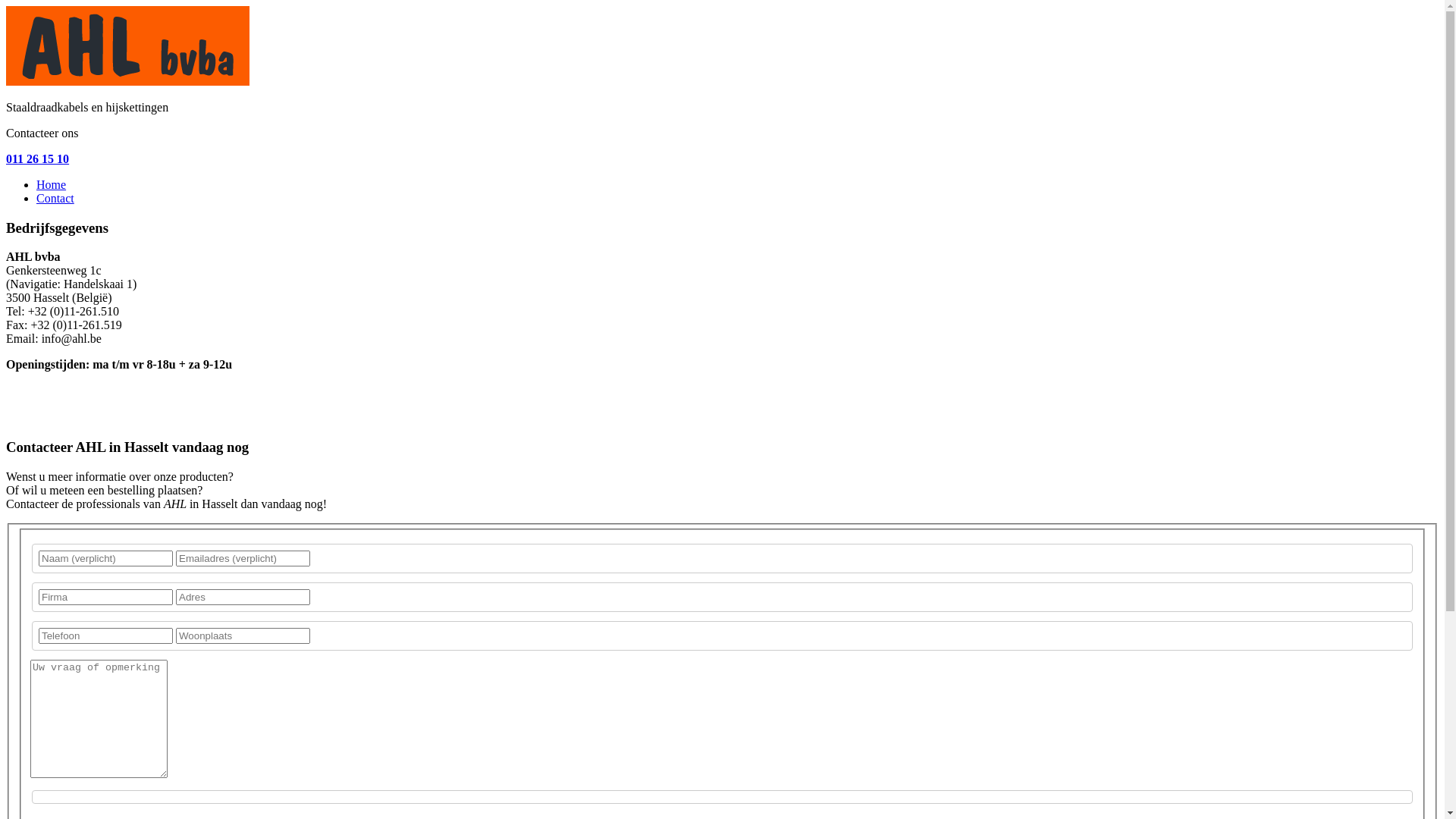 This screenshot has height=819, width=1456. I want to click on '011 26 15 10', so click(37, 158).